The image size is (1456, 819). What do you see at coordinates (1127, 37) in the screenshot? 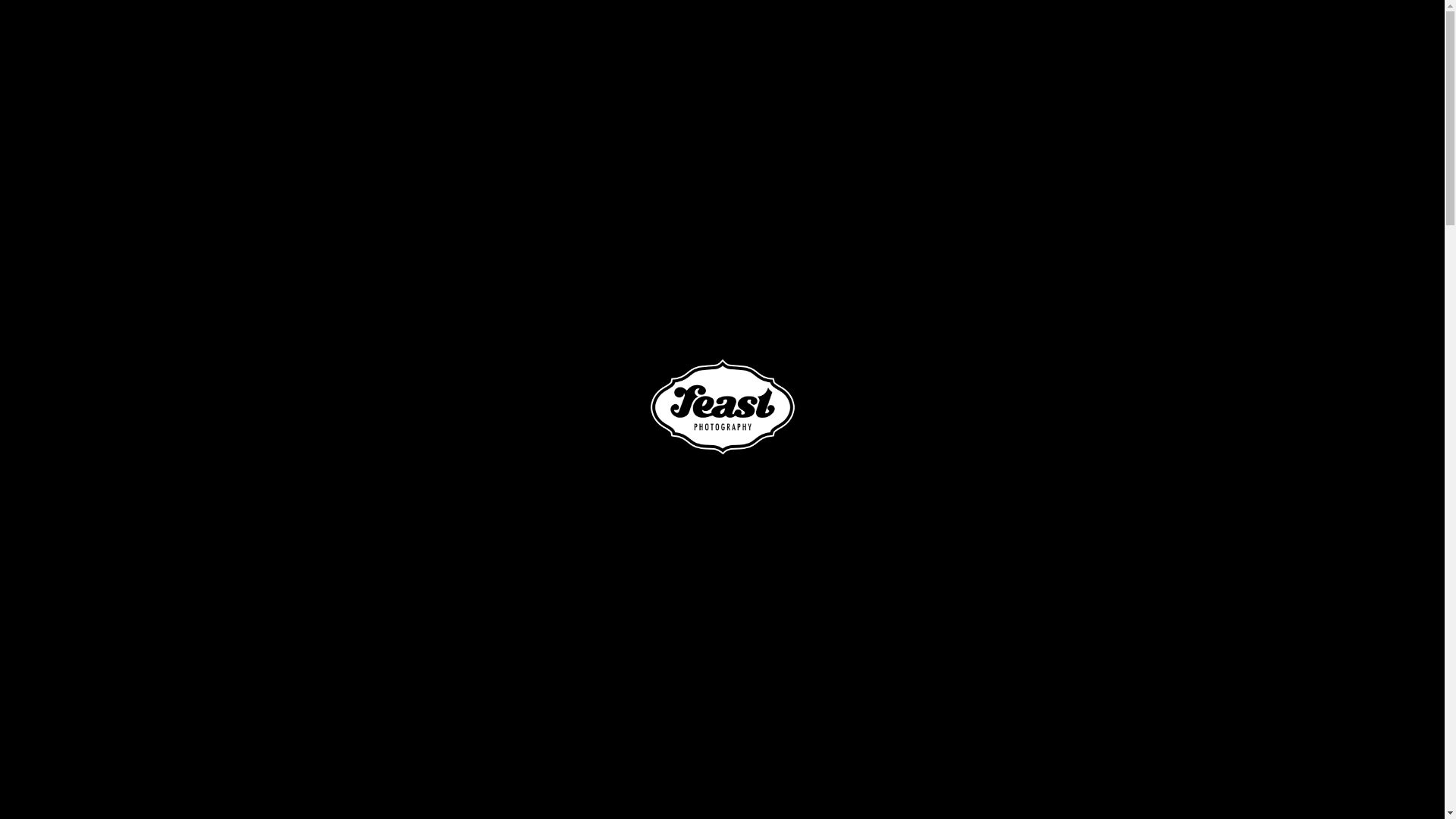
I see `'CASE STUDIES'` at bounding box center [1127, 37].